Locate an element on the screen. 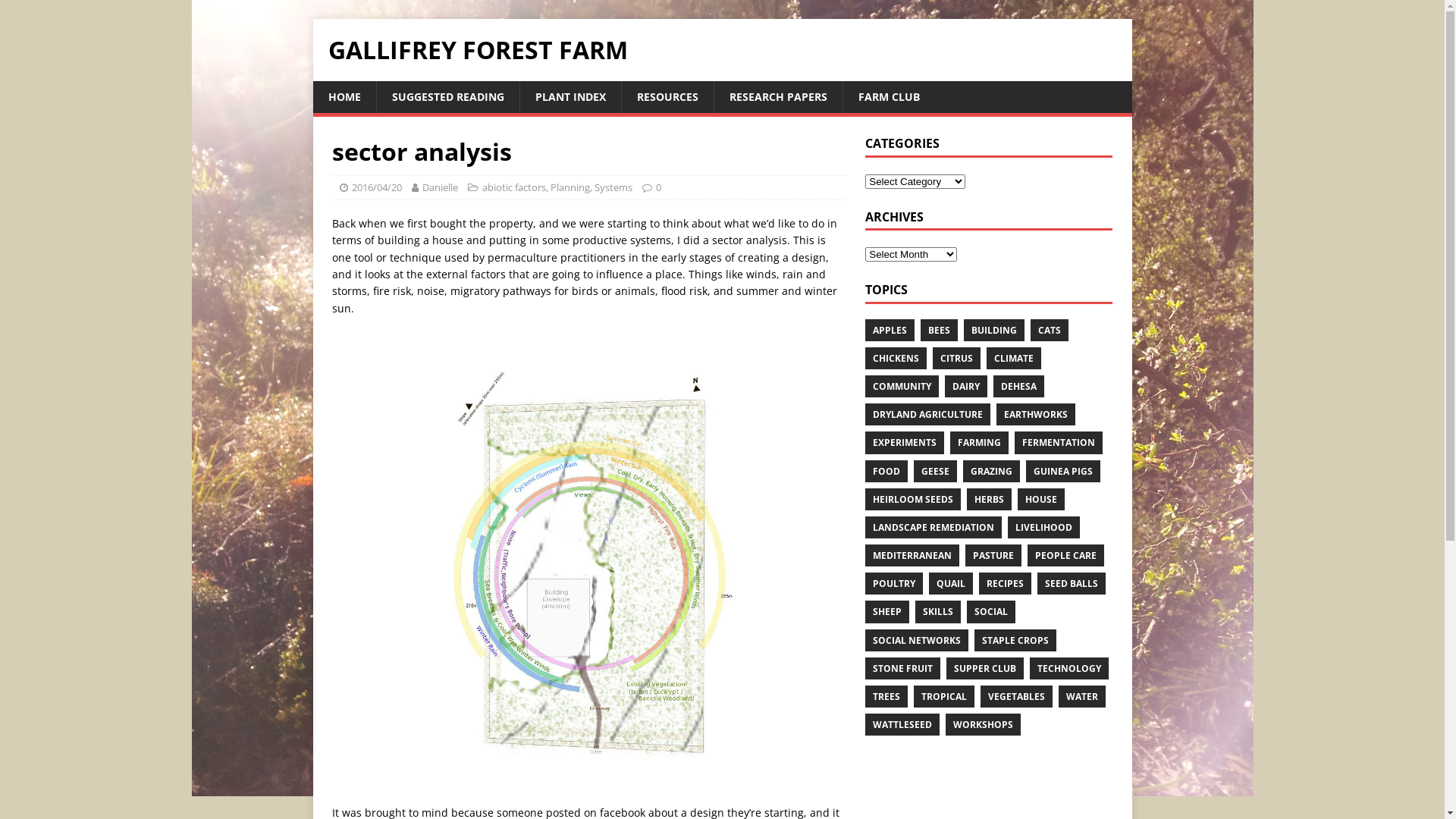 Image resolution: width=1456 pixels, height=819 pixels. 'RECIPES' is located at coordinates (1005, 582).